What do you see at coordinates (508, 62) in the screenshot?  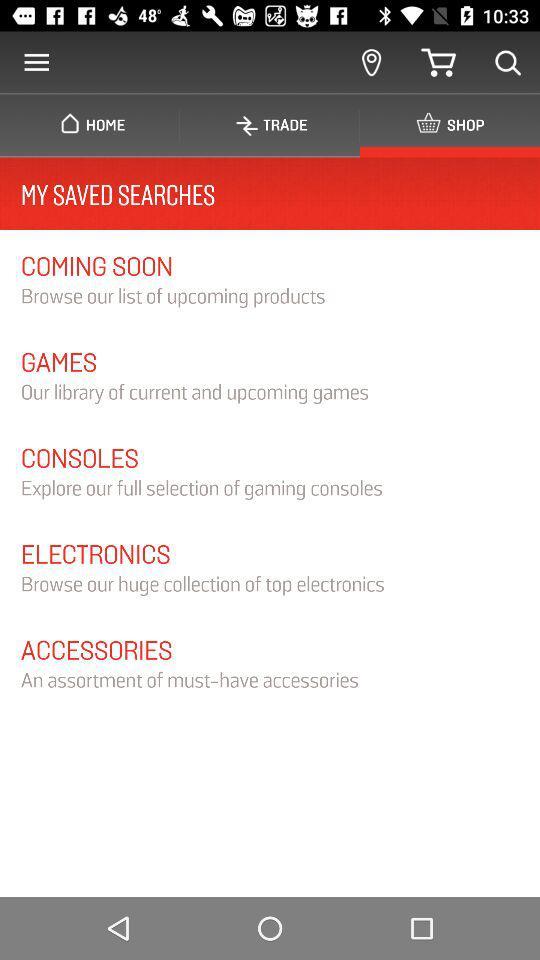 I see `the icon above the shop` at bounding box center [508, 62].